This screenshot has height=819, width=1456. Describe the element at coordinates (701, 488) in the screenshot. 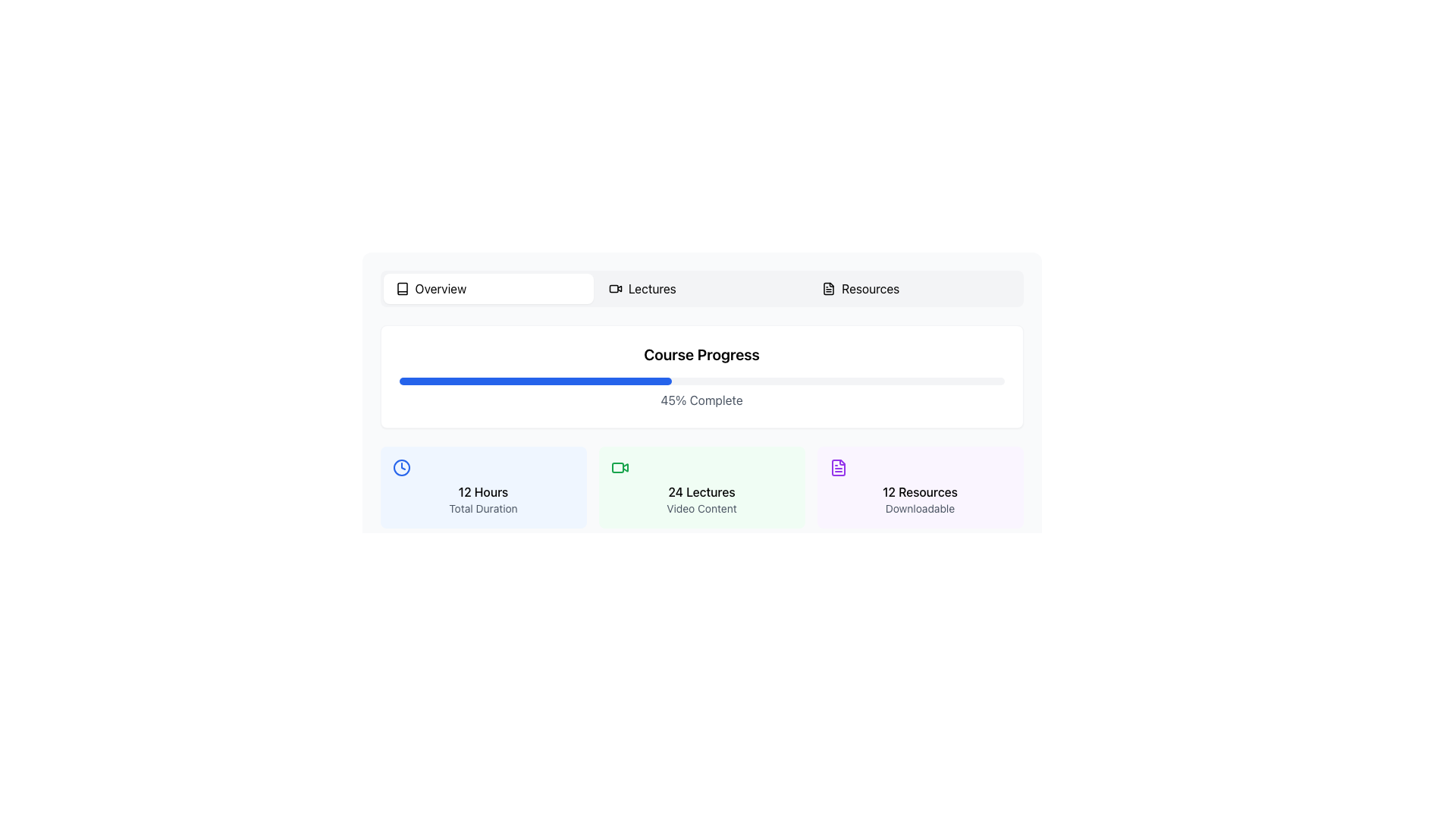

I see `text content from the Informative panel displaying '24 Lectures' in bold followed by 'Video Content' in smaller text within a green-shaded box, which is the second in a grid of three boxes in the 'Course Progress' section` at that location.